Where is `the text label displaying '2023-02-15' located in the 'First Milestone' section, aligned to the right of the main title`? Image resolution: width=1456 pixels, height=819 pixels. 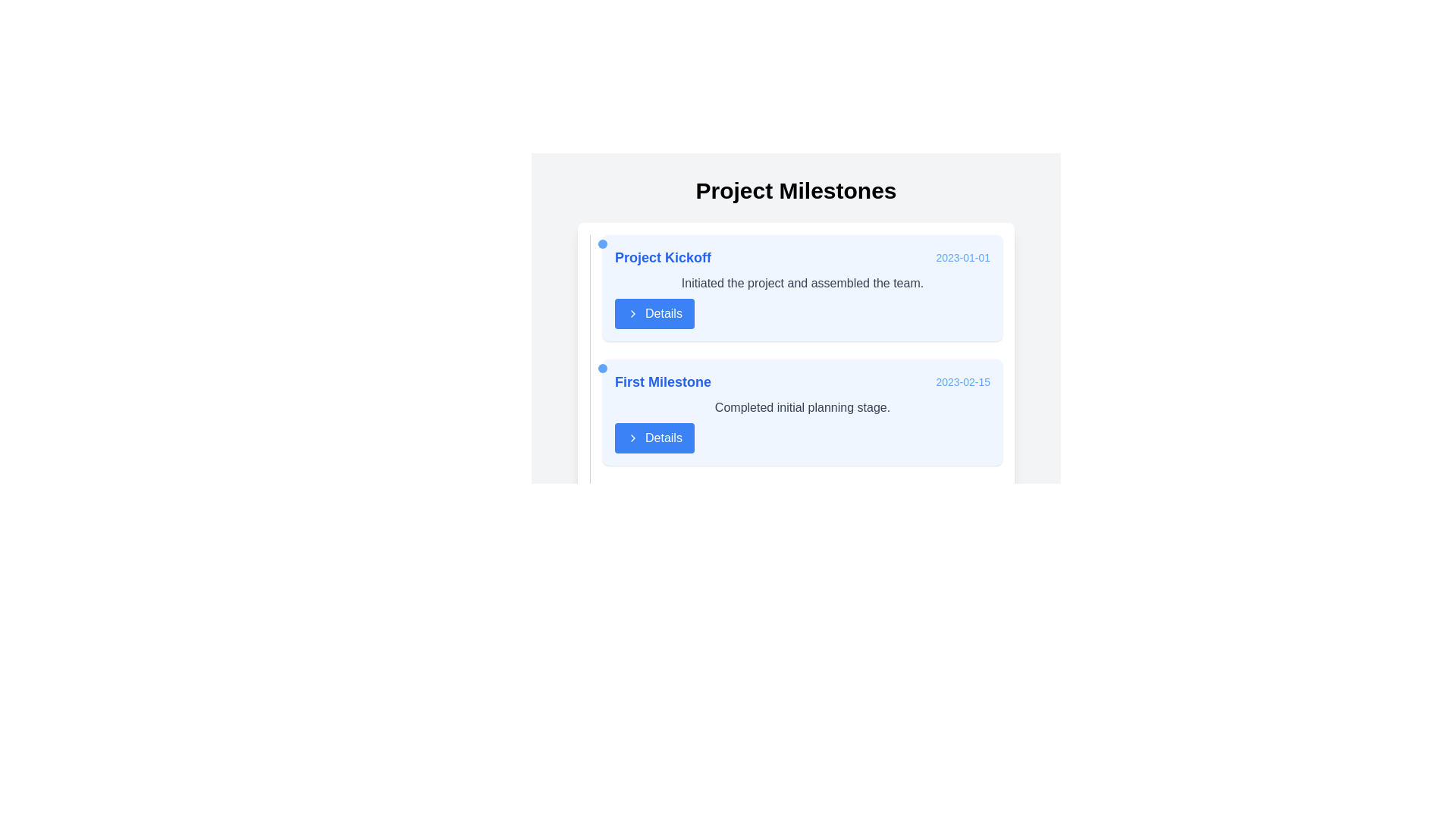
the text label displaying '2023-02-15' located in the 'First Milestone' section, aligned to the right of the main title is located at coordinates (962, 381).